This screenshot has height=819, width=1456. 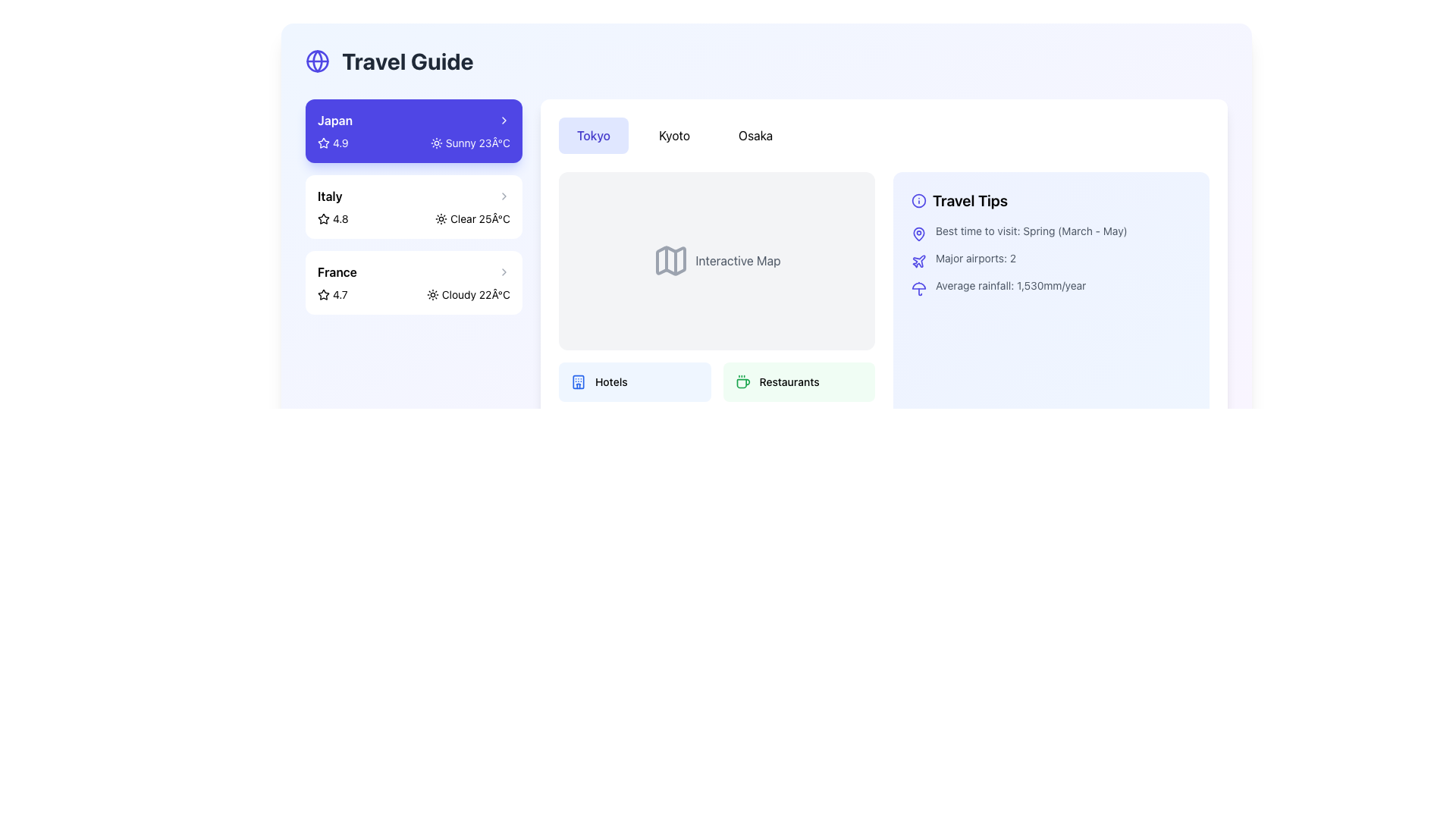 What do you see at coordinates (673, 134) in the screenshot?
I see `the interactive button for 'Kyoto'` at bounding box center [673, 134].